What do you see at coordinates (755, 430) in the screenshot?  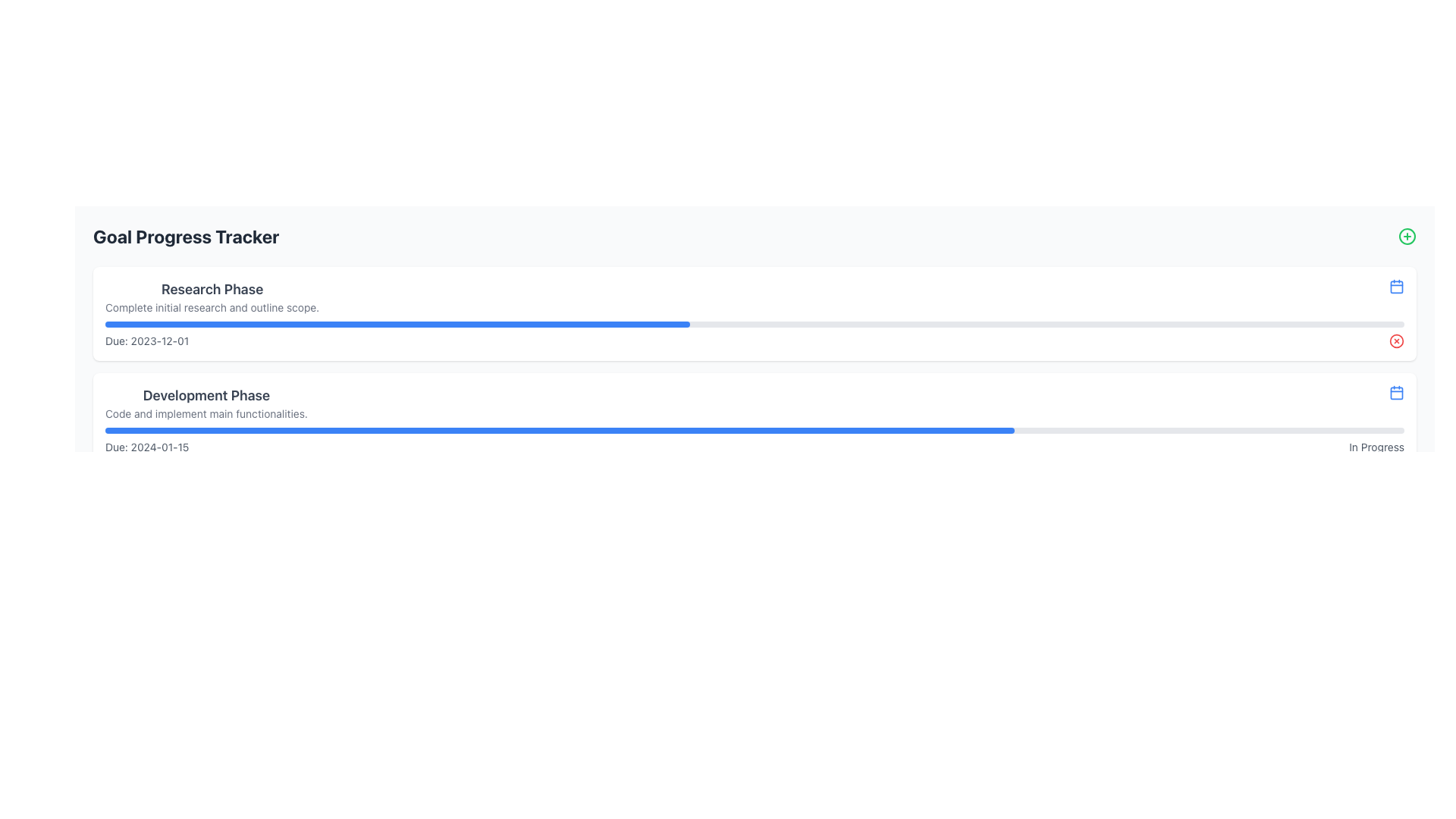 I see `the progress bar located directly below the 'Development Phase' header, which is styled in gray with a blue filled portion to indicate progress` at bounding box center [755, 430].